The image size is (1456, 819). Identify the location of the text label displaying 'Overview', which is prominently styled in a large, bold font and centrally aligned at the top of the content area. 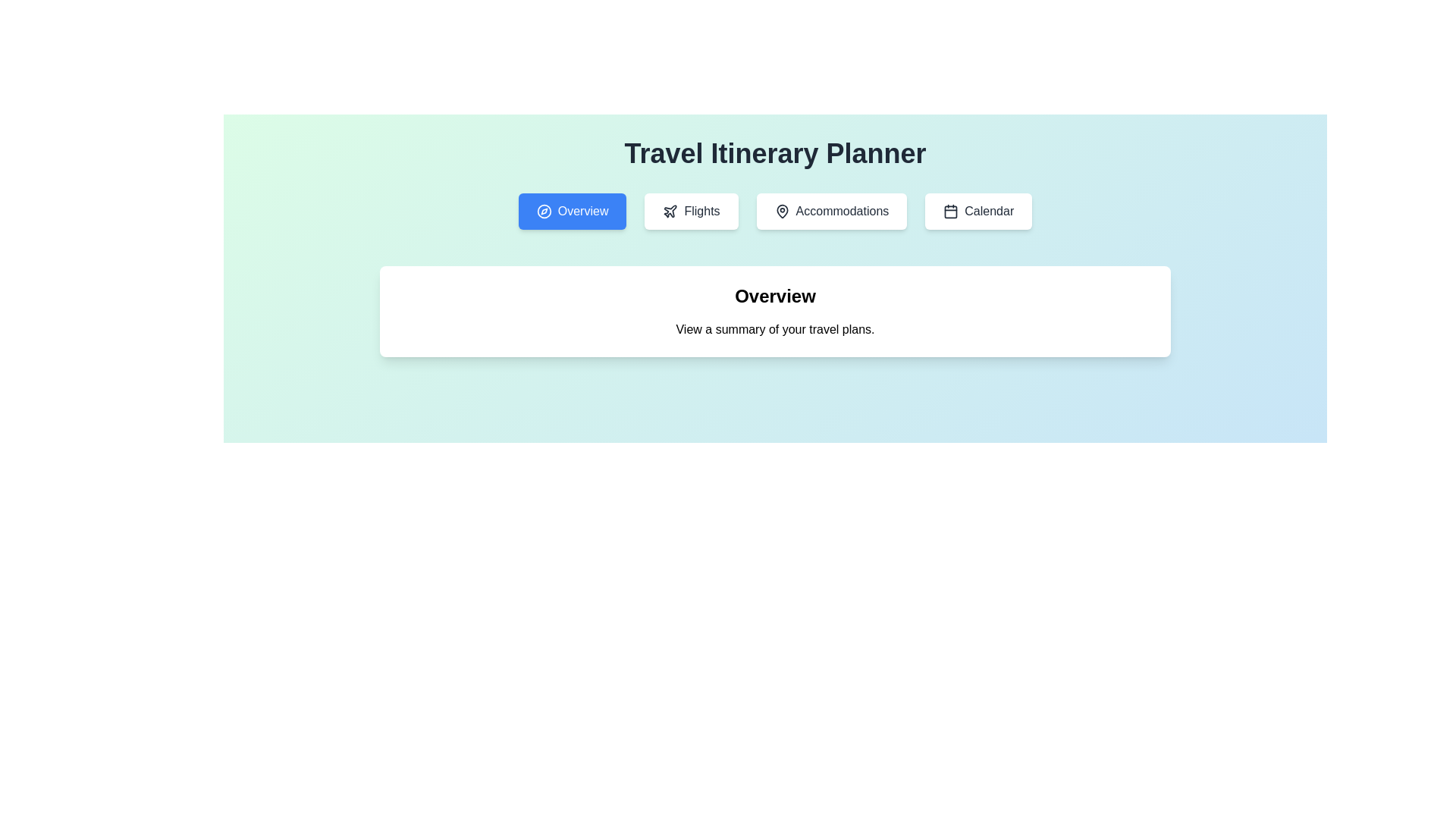
(775, 296).